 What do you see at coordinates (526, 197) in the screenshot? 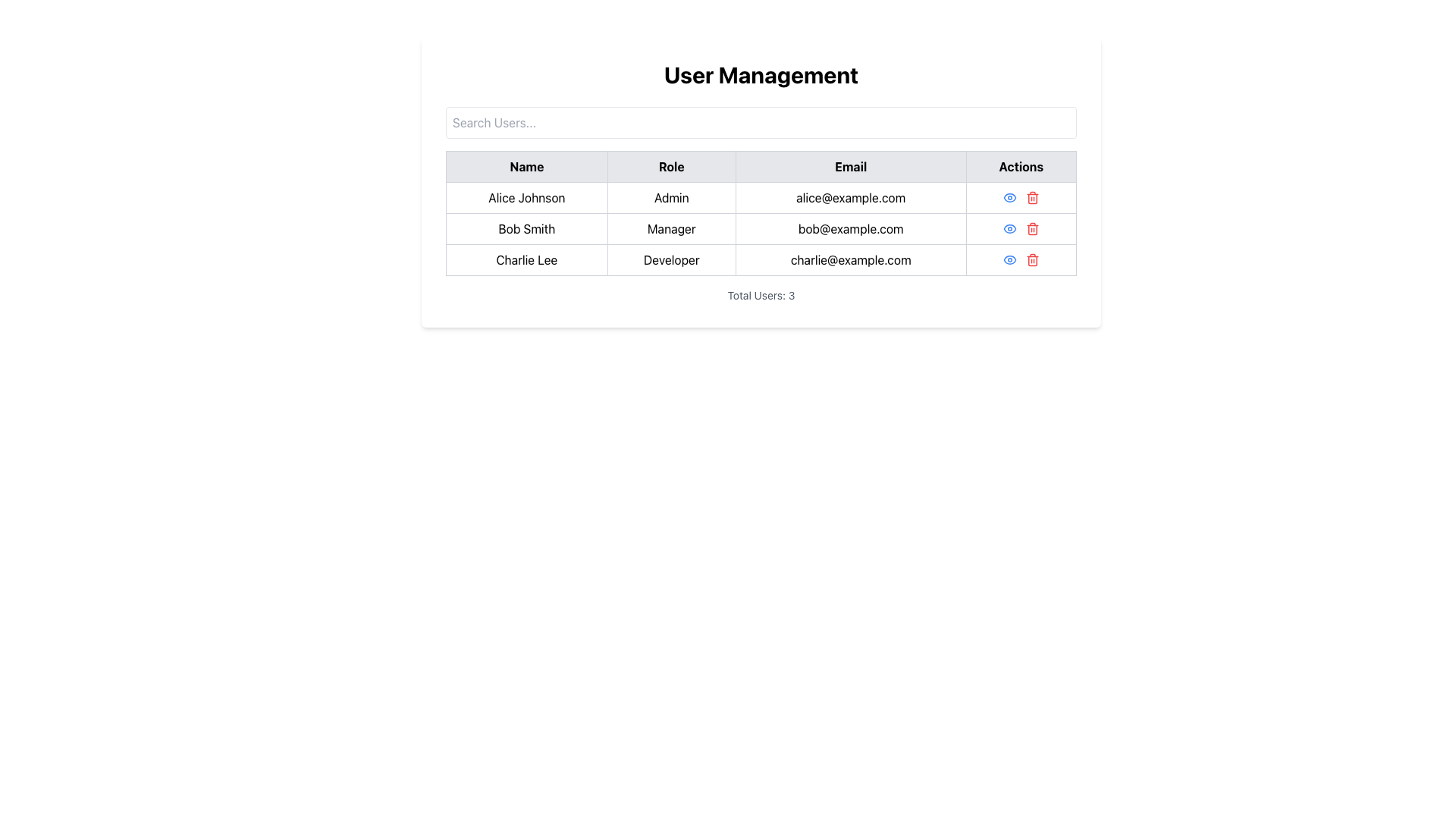
I see `the Text Label that displays the name 'Alice Johnson' in the user information table, located in the first row and first column under the 'Name' header` at bounding box center [526, 197].